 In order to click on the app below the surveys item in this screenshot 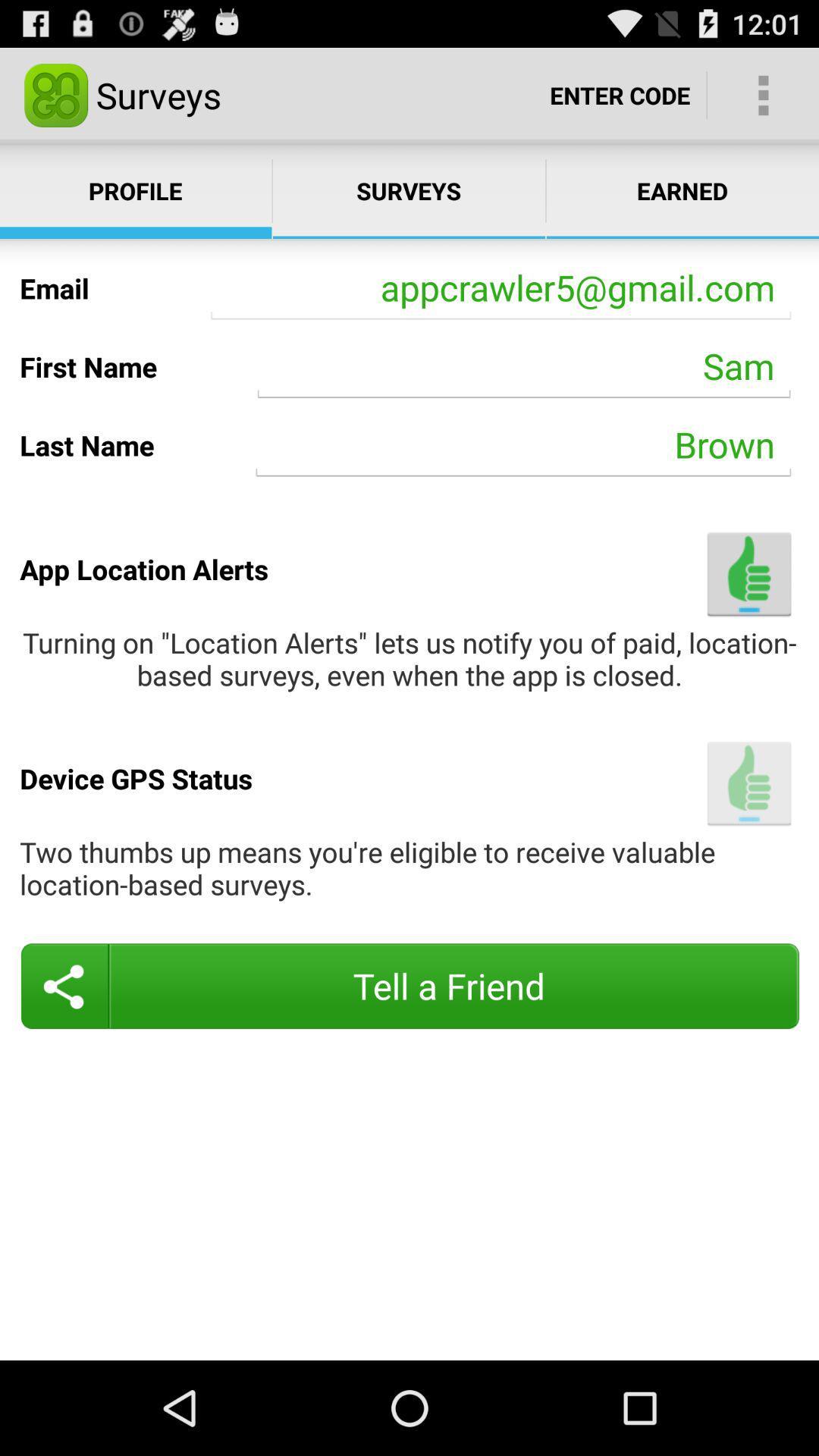, I will do `click(500, 288)`.